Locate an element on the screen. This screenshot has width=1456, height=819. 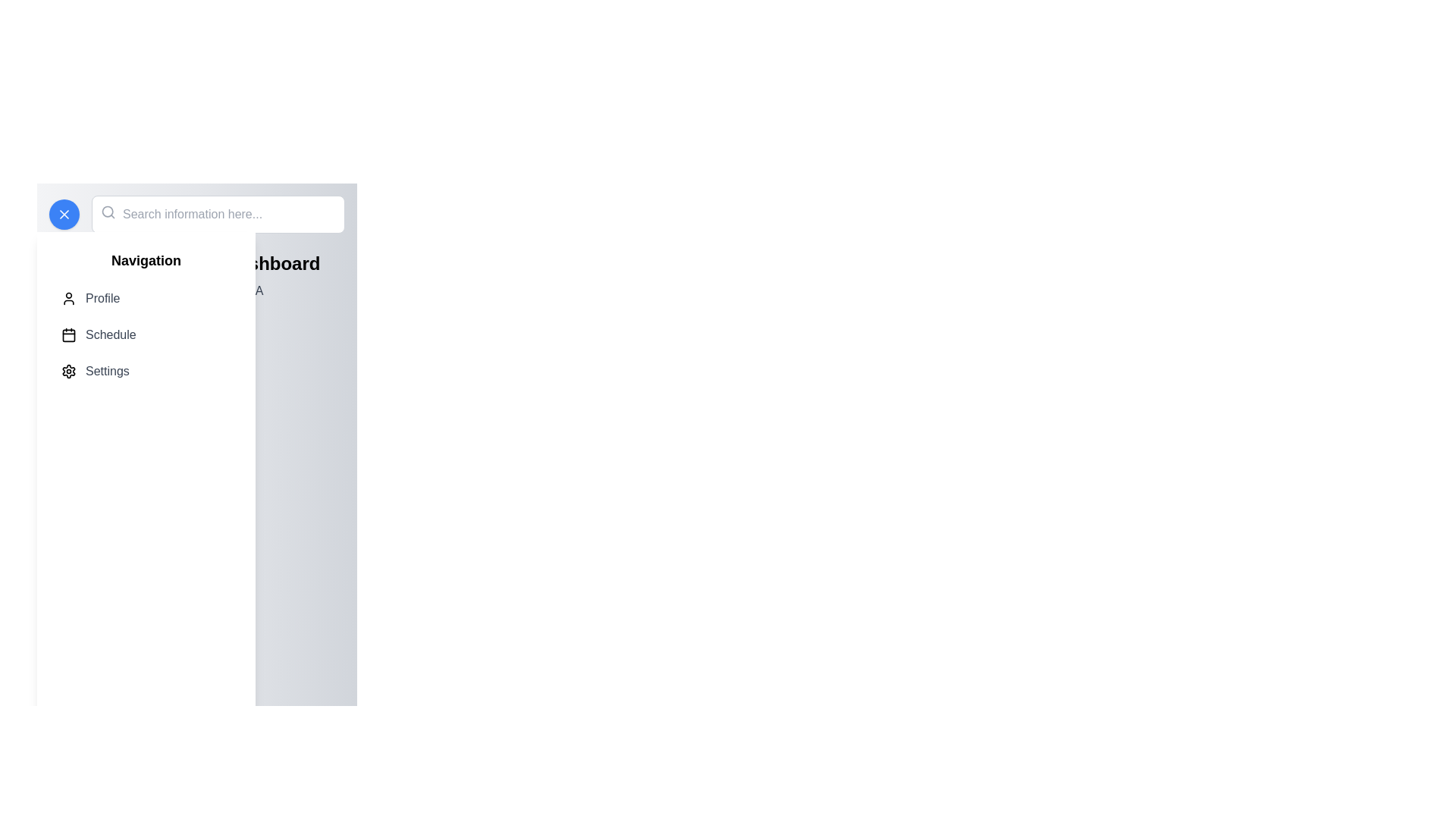
the 'Schedule' item in the vertical menu list under the 'Navigation' sidebar is located at coordinates (146, 334).